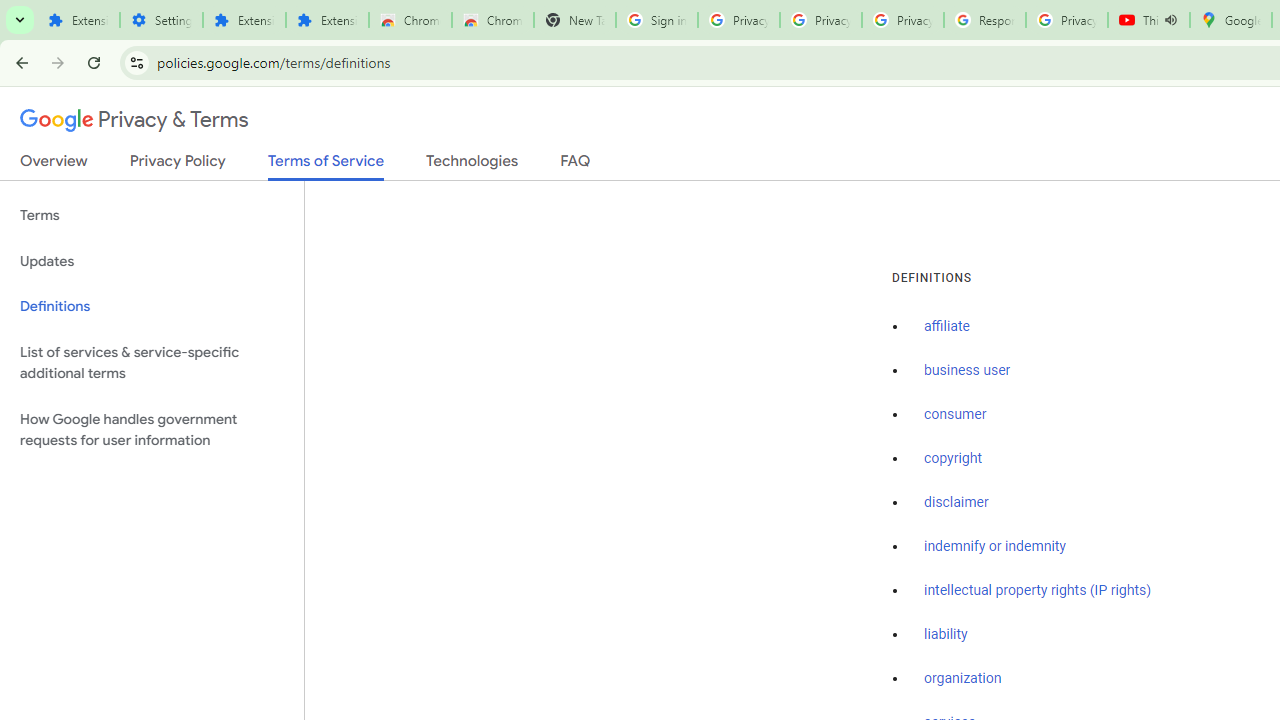 This screenshot has height=720, width=1280. I want to click on 'Terms', so click(151, 216).